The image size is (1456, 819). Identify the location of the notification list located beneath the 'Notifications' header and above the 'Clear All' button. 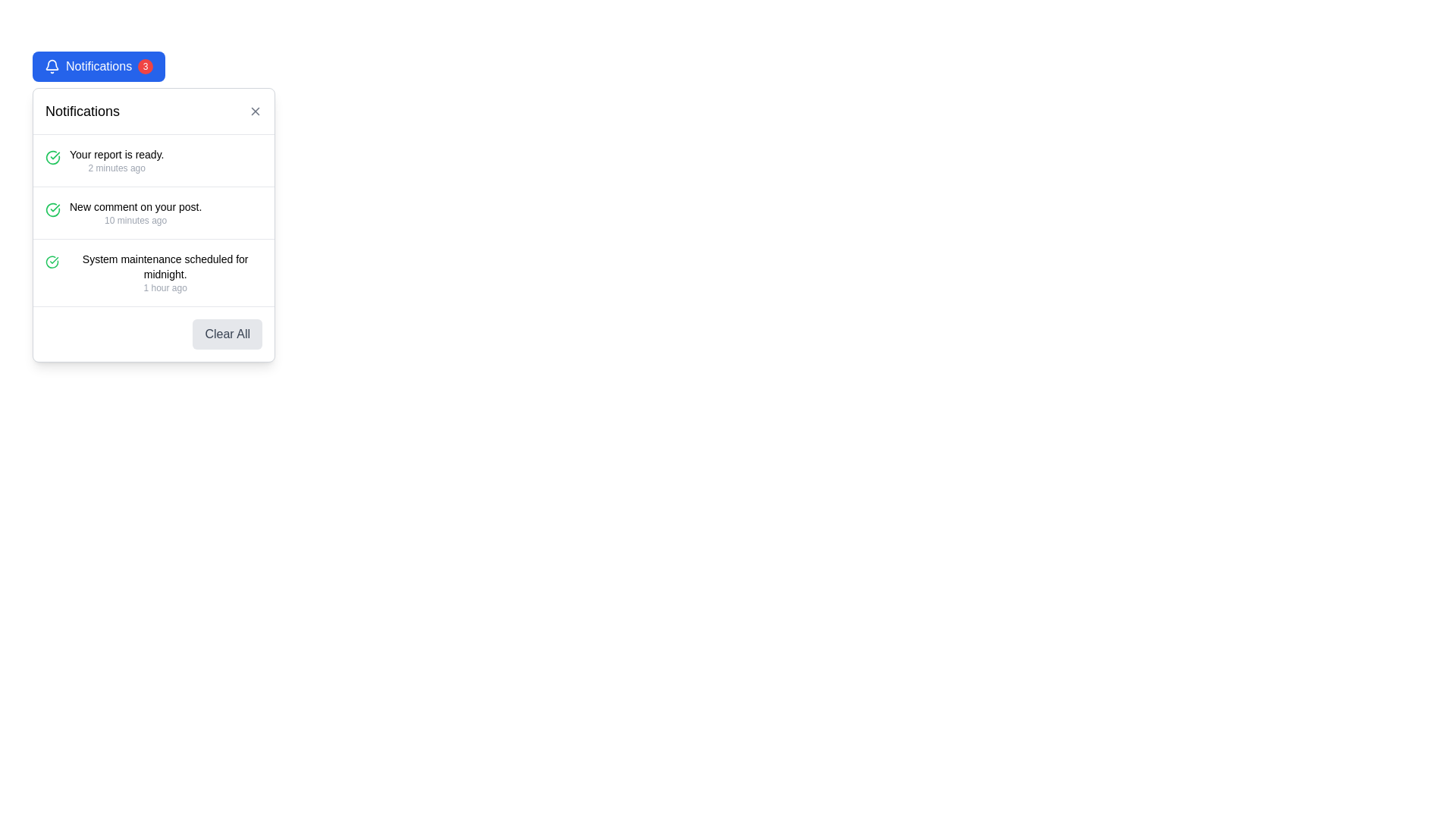
(153, 220).